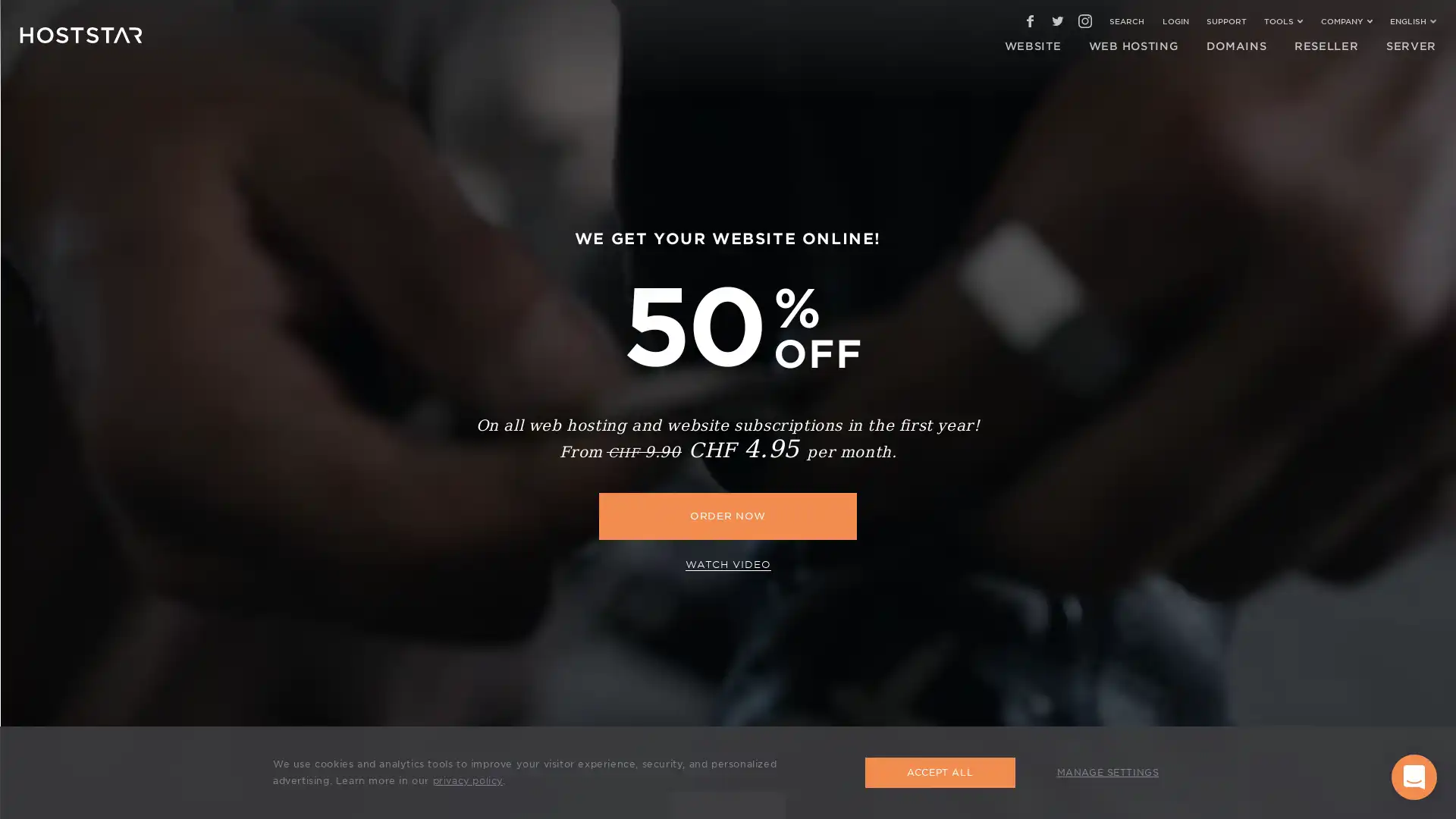  I want to click on Open Intercom Messenger, so click(1414, 777).